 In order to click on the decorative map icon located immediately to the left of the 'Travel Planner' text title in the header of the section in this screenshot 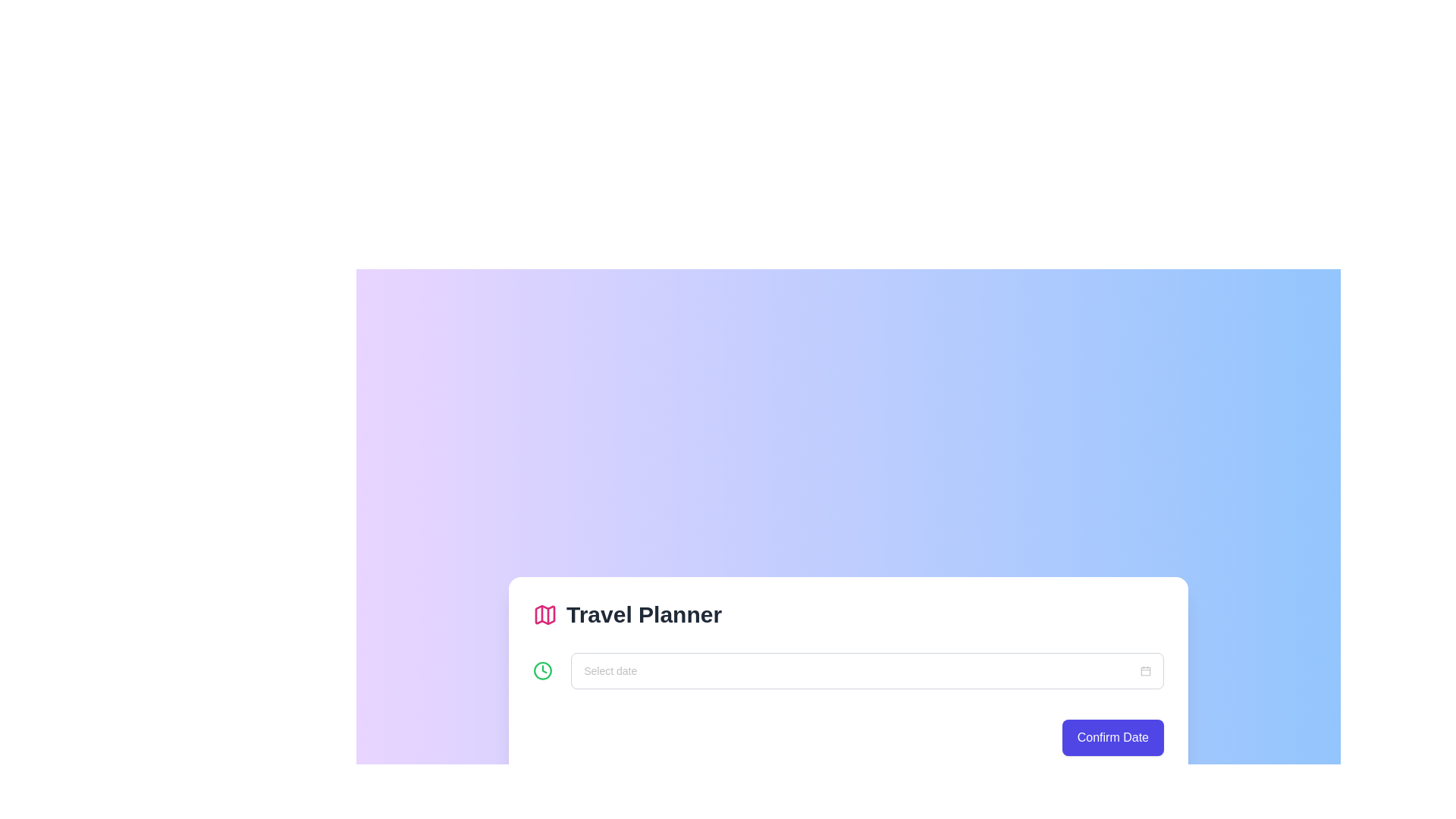, I will do `click(545, 614)`.